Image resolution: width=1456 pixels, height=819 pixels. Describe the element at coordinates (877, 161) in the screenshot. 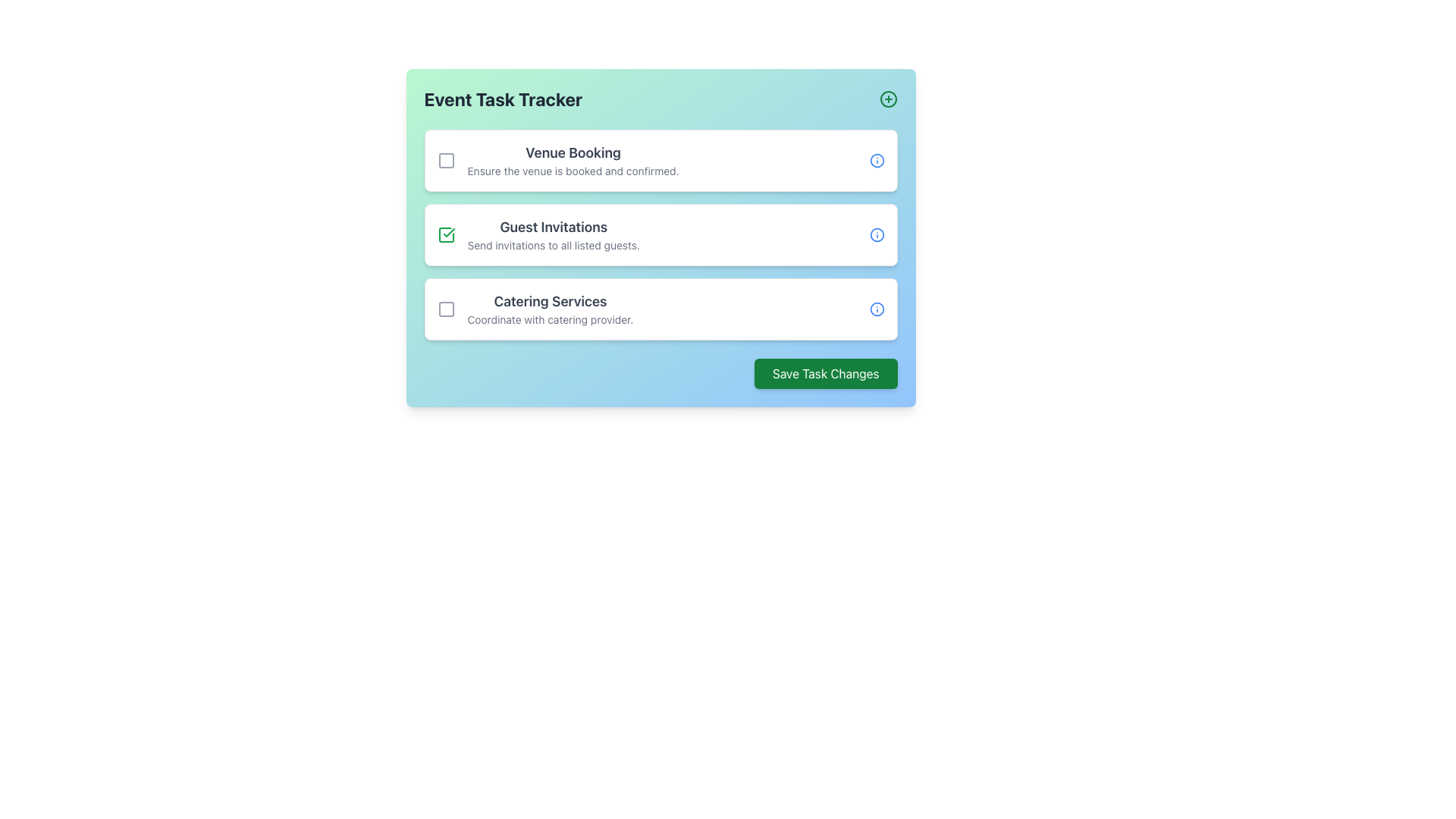

I see `the interactive information icon located in the top-right corner of the 'Venue Booking' card` at that location.